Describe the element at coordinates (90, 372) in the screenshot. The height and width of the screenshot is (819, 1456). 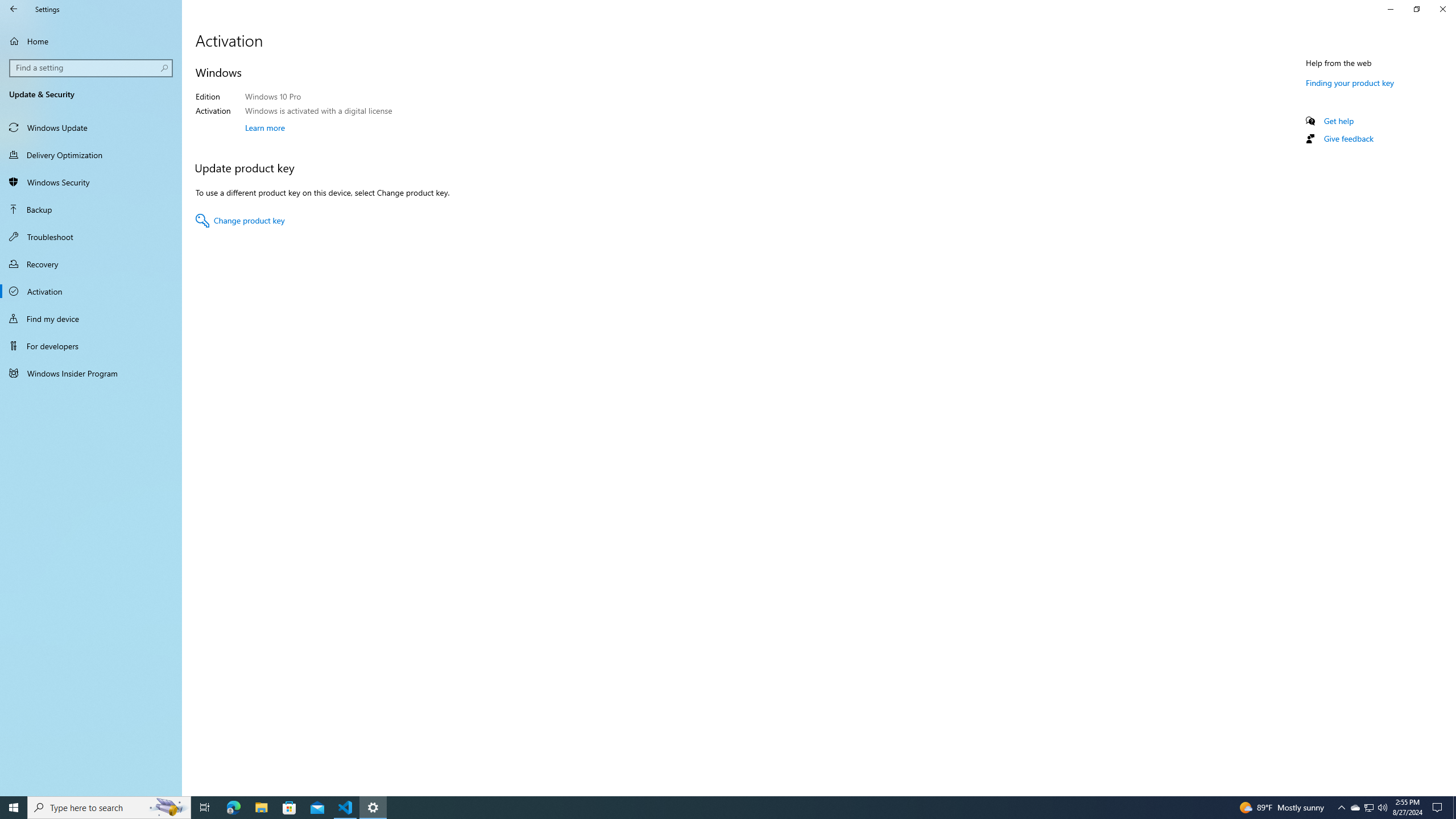
I see `'Windows Insider Program'` at that location.